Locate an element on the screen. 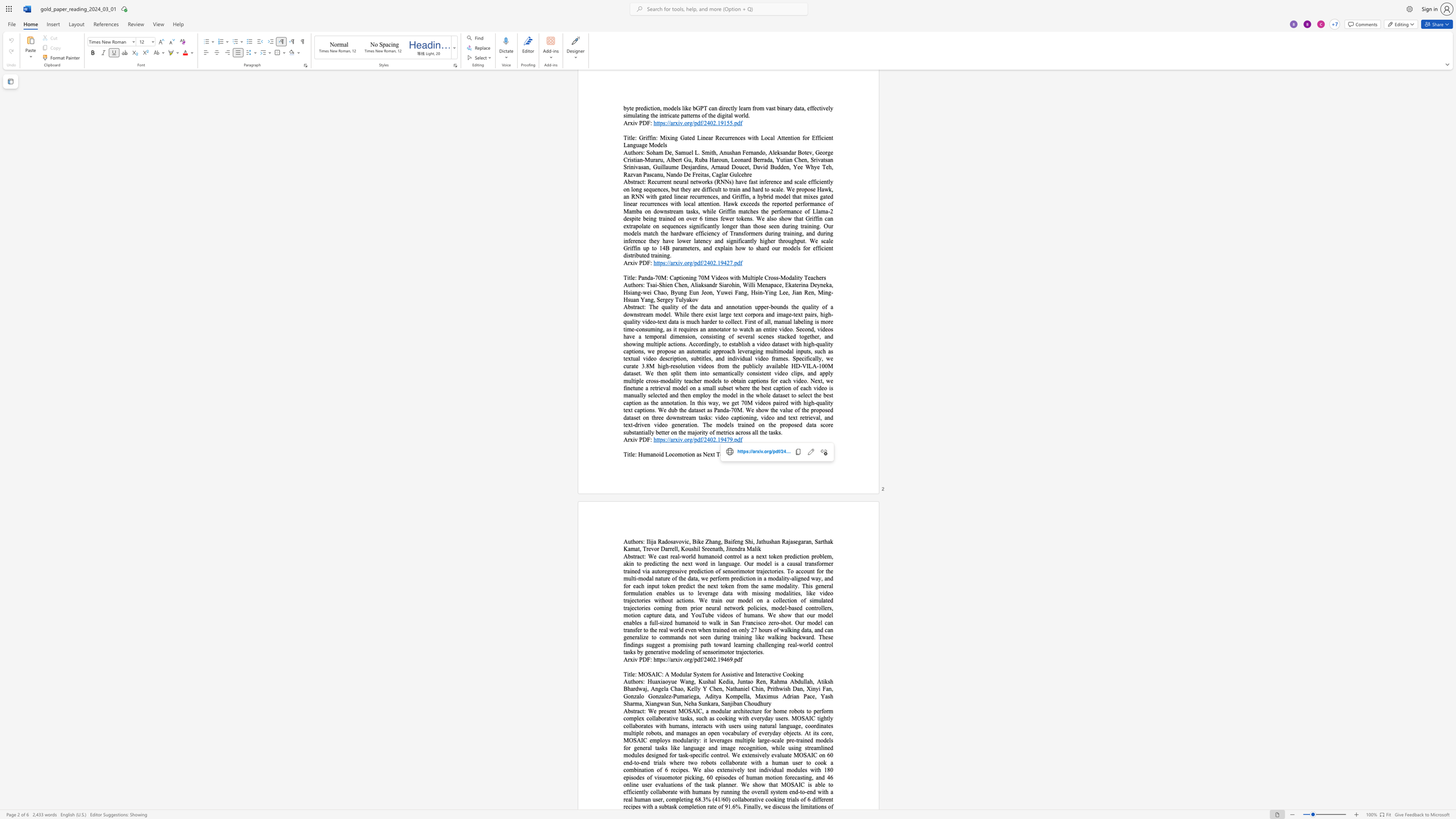 The image size is (1456, 819). the space between the continuous character "l" and "l" in the text is located at coordinates (676, 548).